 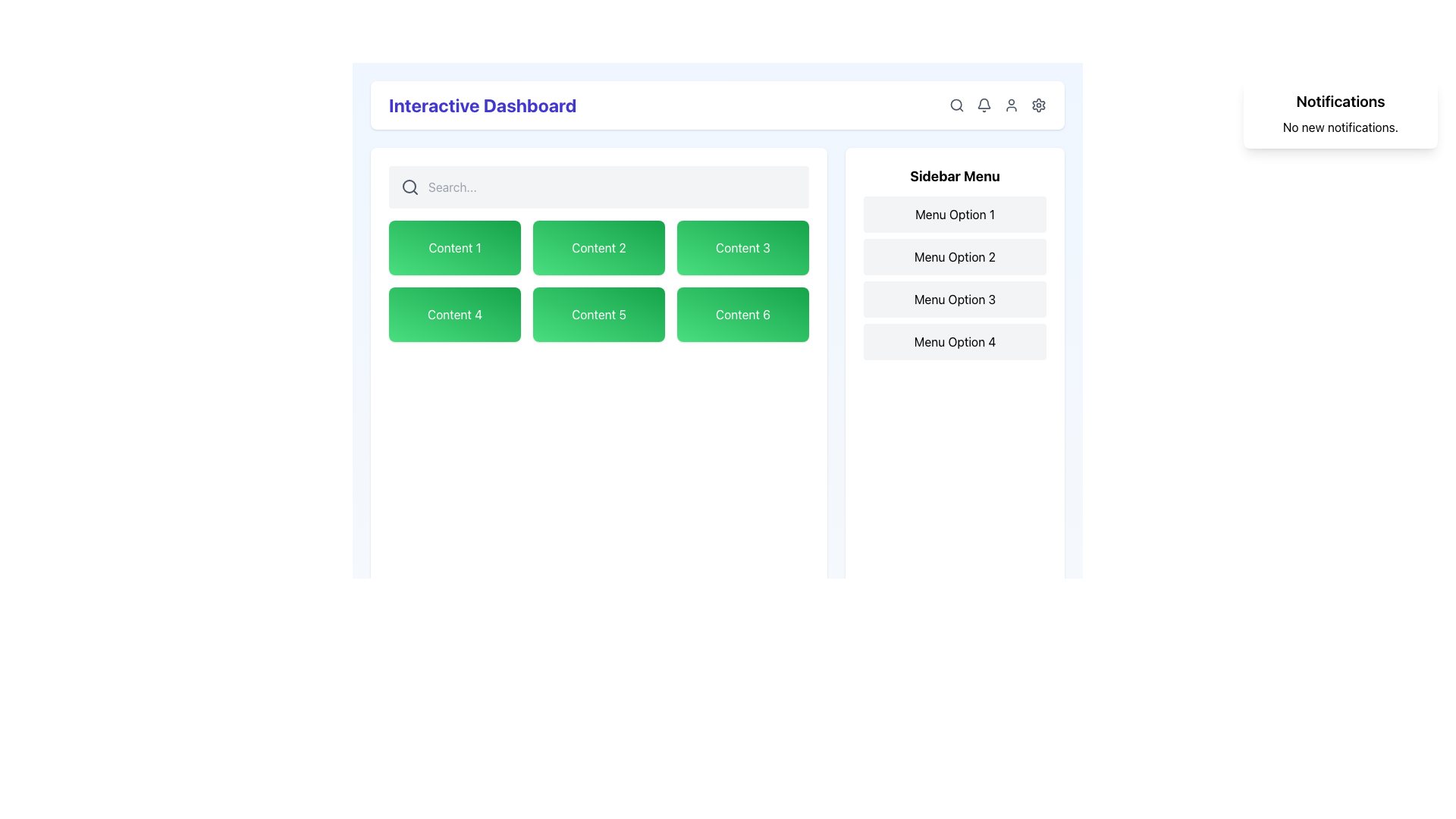 I want to click on the third menu option button in the sidebar menu, so click(x=954, y=299).